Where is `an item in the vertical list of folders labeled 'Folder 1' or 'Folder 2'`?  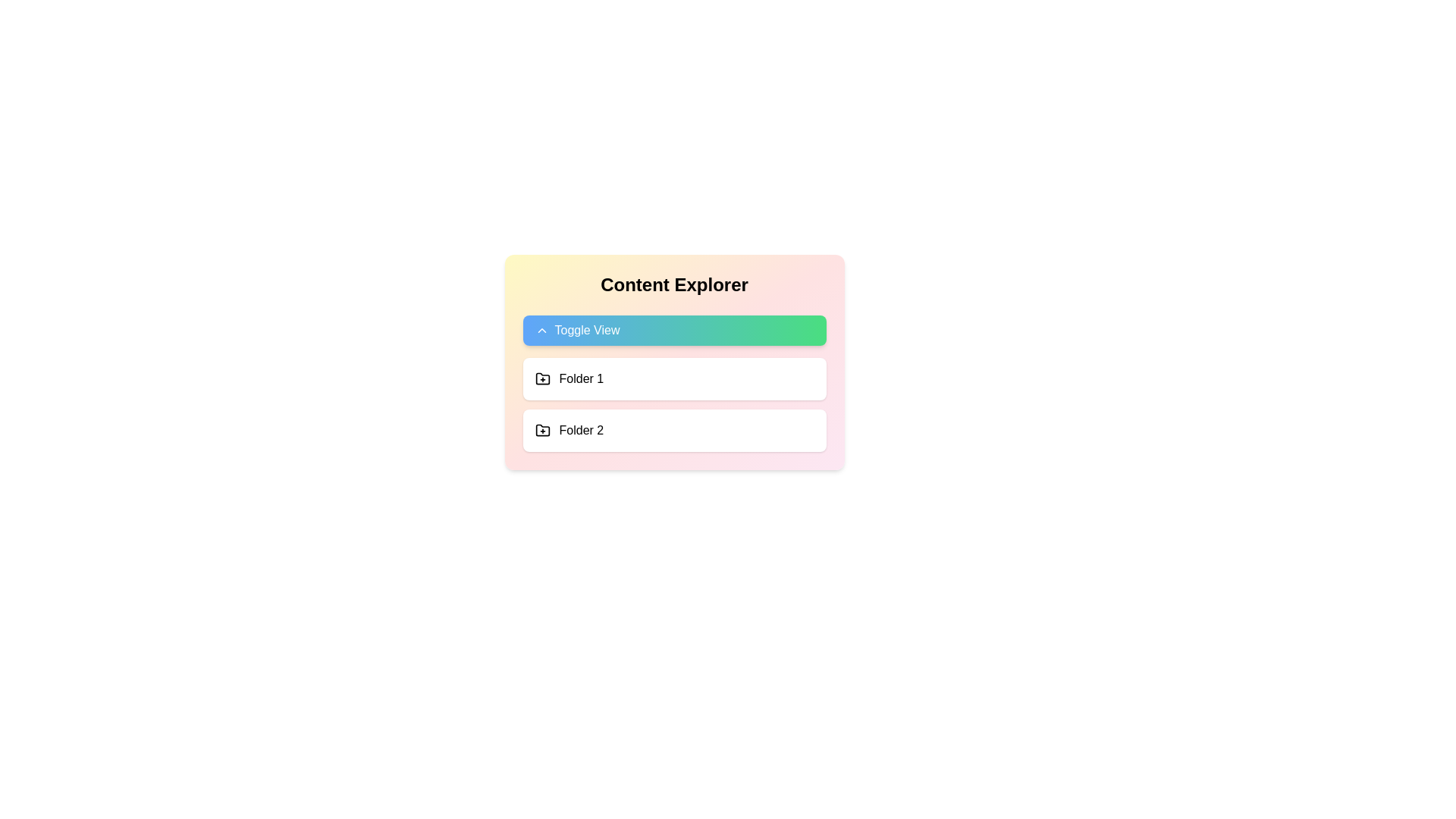 an item in the vertical list of folders labeled 'Folder 1' or 'Folder 2' is located at coordinates (673, 403).